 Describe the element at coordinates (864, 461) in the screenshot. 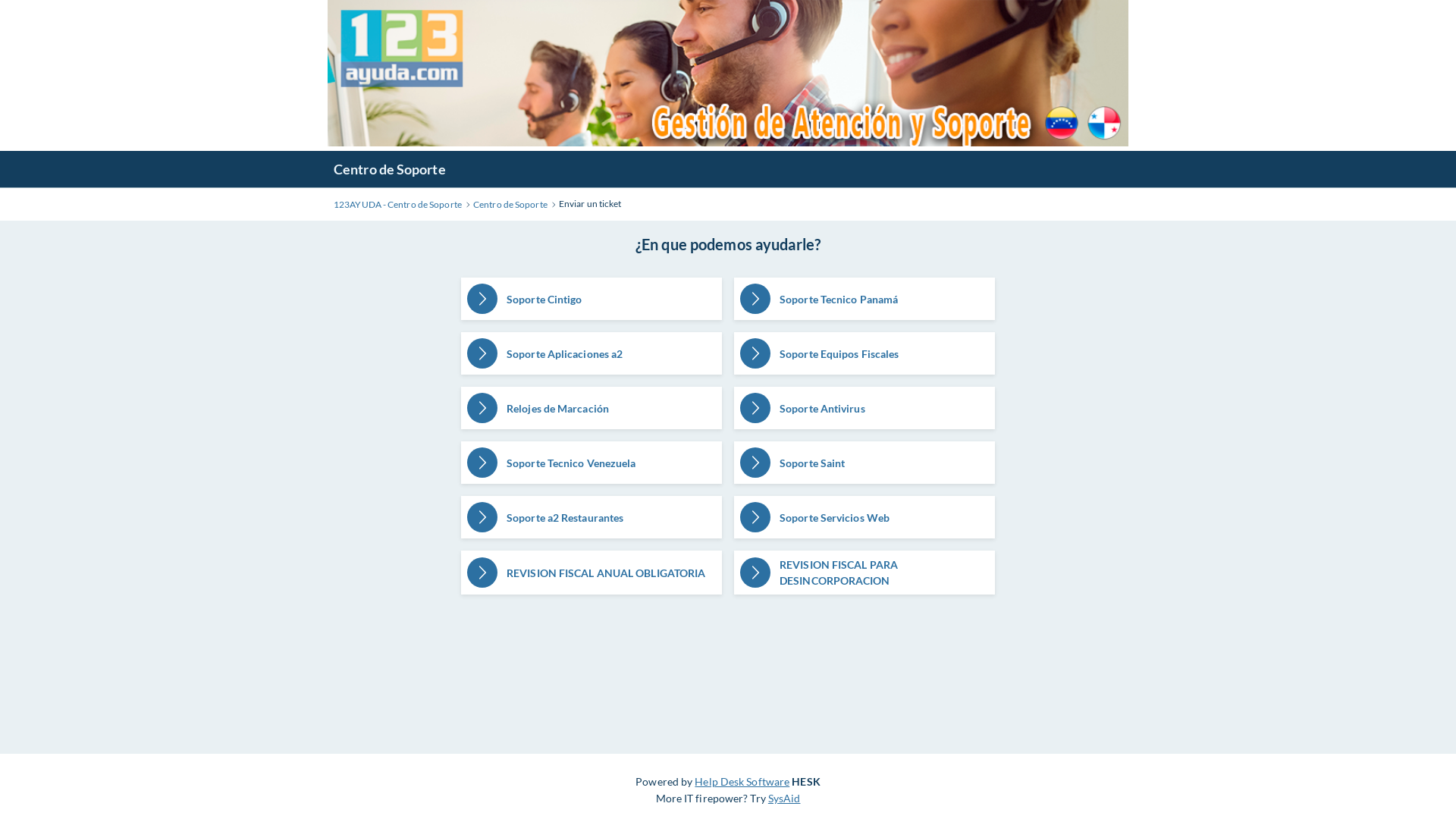

I see `'Soporte Saint'` at that location.